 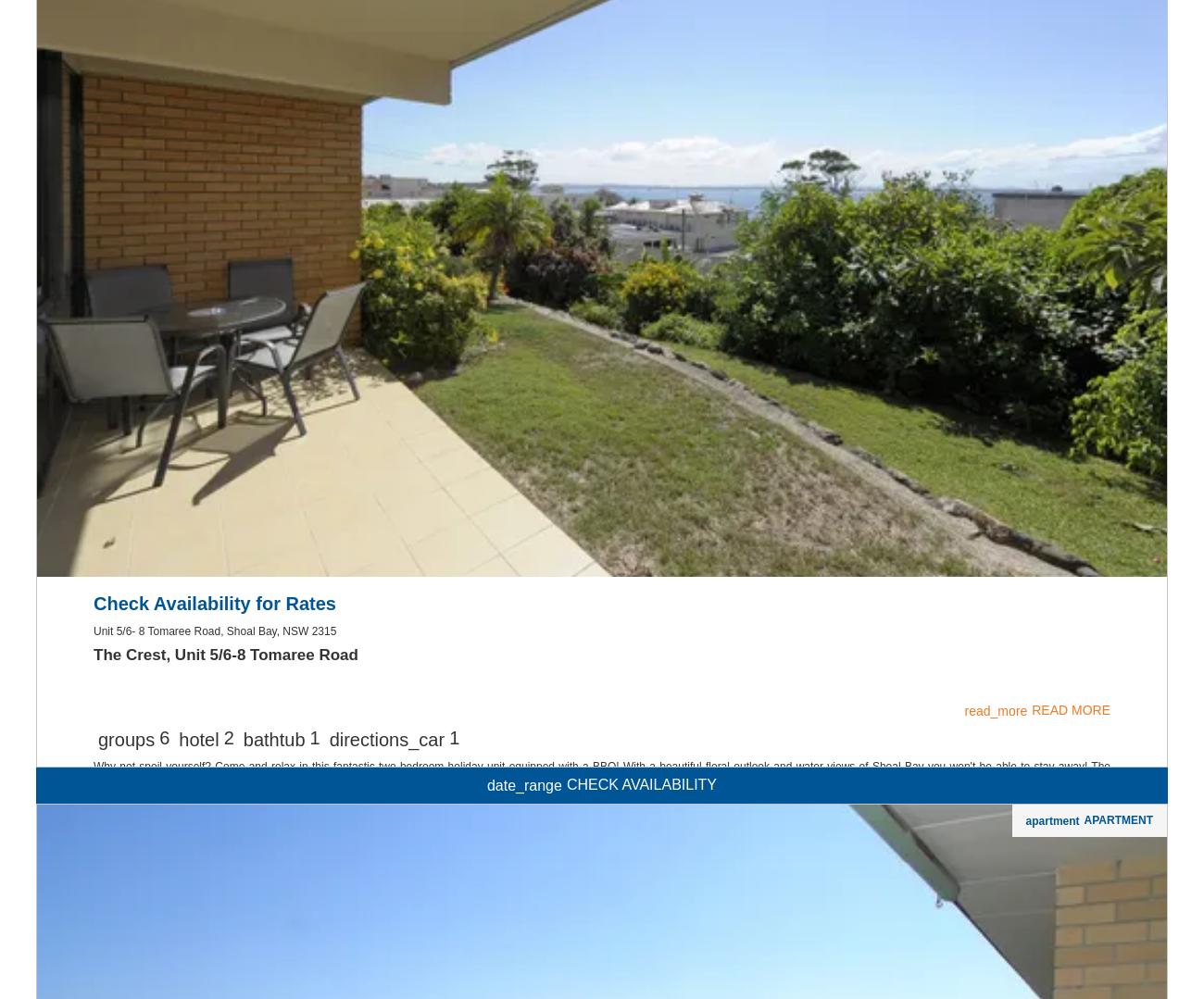 I want to click on 'No Pets', so click(x=601, y=314).